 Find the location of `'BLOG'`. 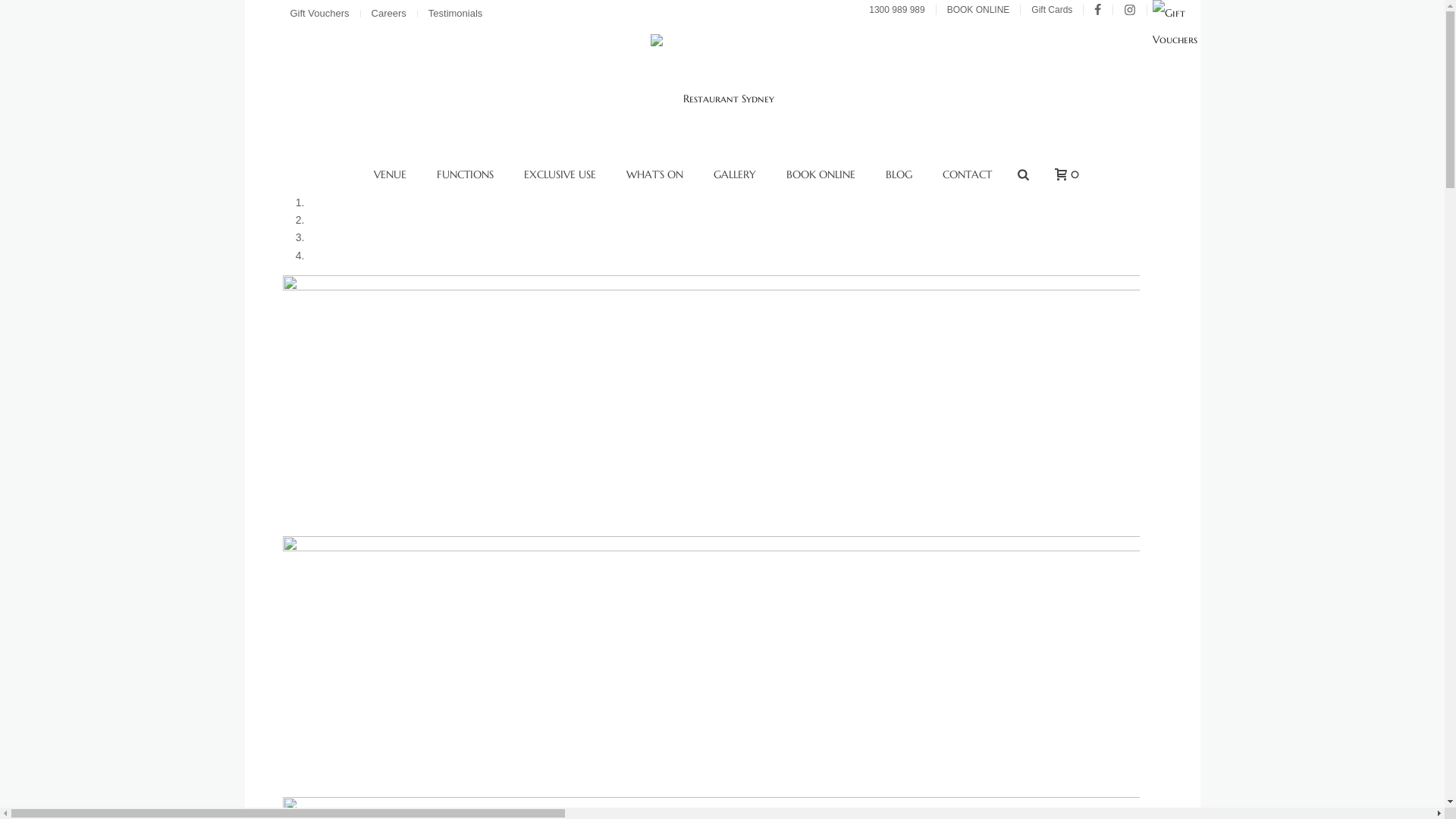

'BLOG' is located at coordinates (899, 174).